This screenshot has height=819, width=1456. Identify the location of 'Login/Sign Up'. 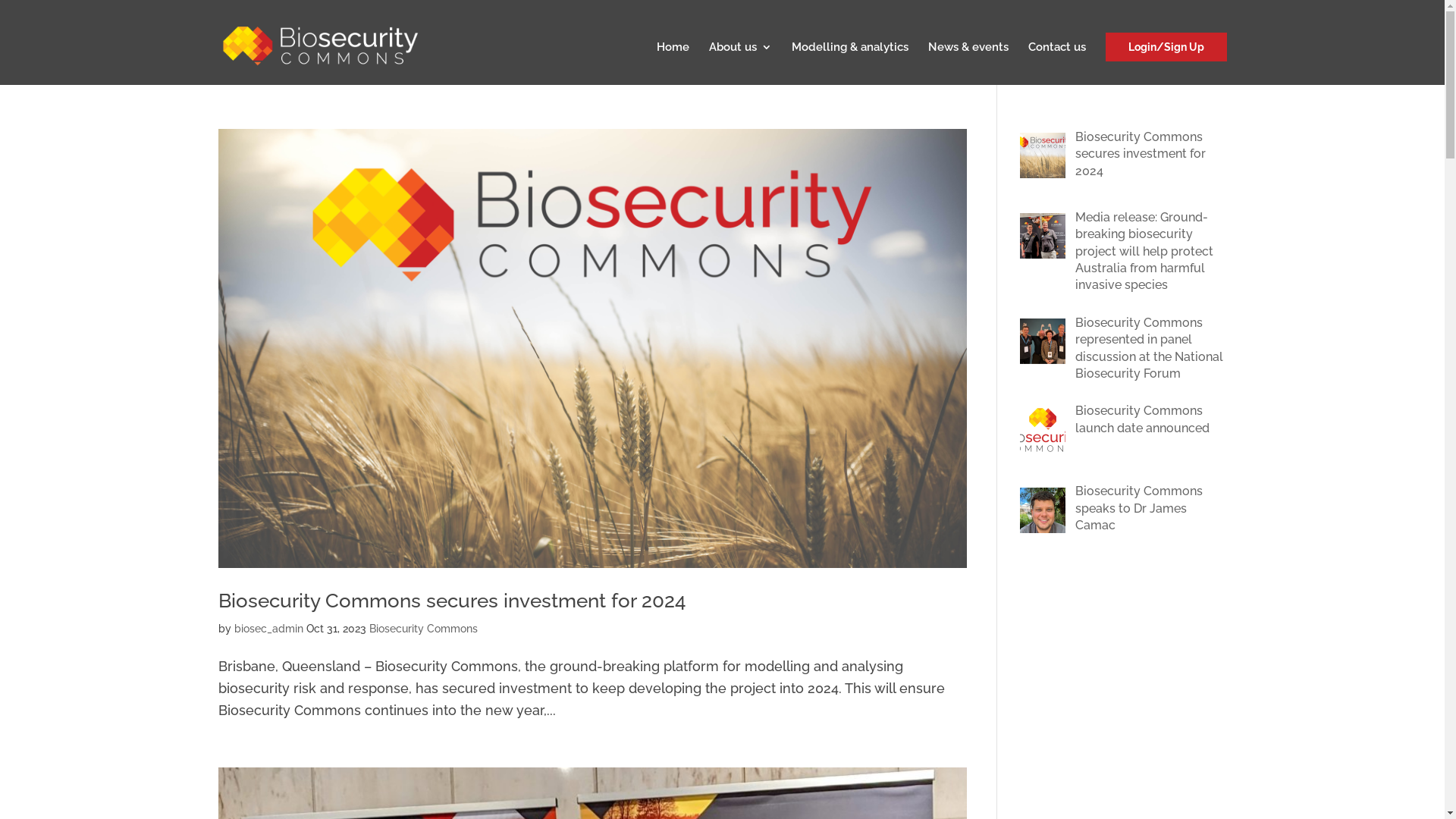
(1106, 45).